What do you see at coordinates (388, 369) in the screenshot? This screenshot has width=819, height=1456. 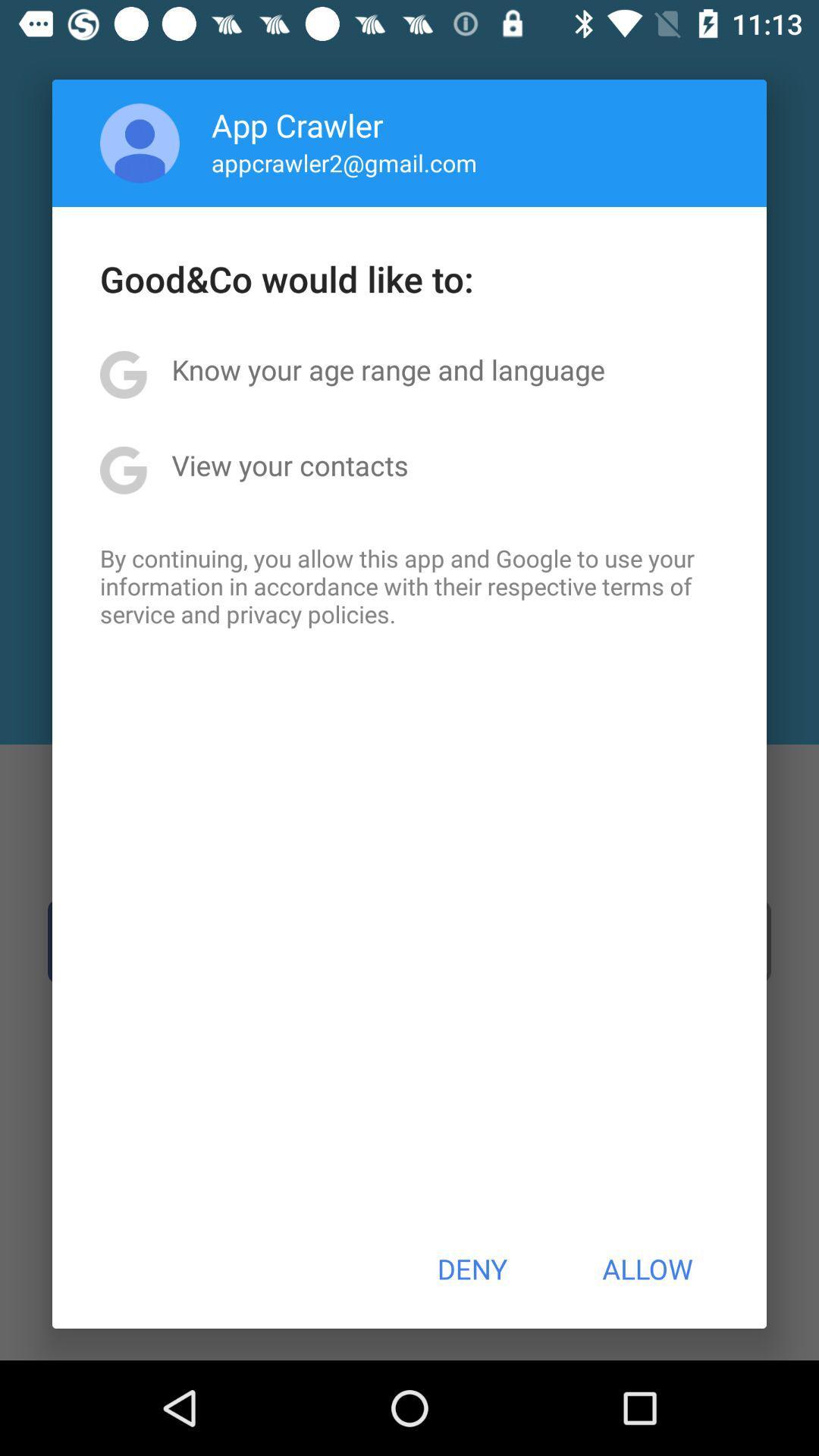 I see `icon above the view your contacts icon` at bounding box center [388, 369].